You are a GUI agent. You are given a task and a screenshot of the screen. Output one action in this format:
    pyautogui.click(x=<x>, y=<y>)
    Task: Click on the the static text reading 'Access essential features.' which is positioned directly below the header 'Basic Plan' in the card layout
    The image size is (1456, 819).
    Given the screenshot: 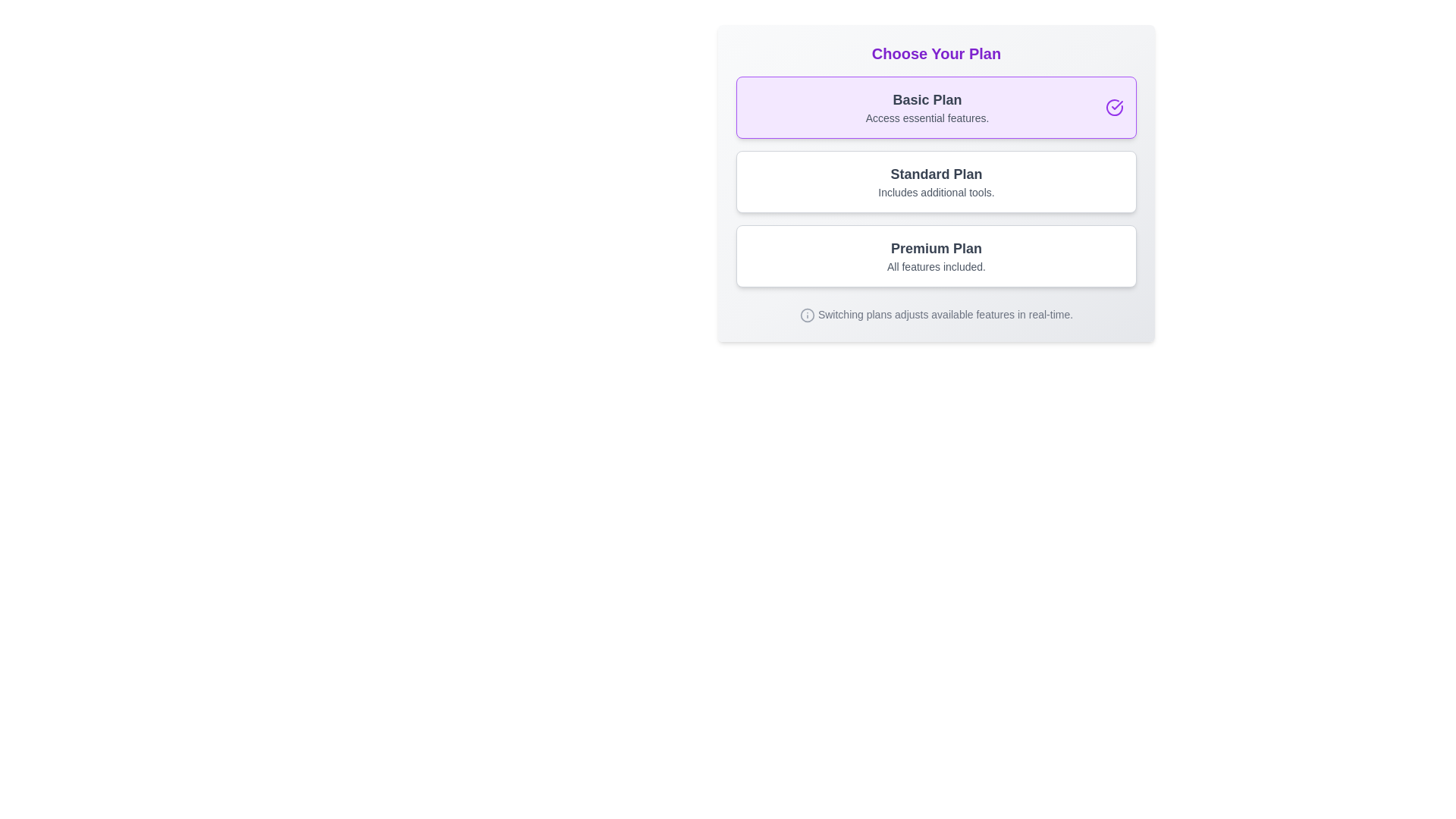 What is the action you would take?
    pyautogui.click(x=927, y=117)
    